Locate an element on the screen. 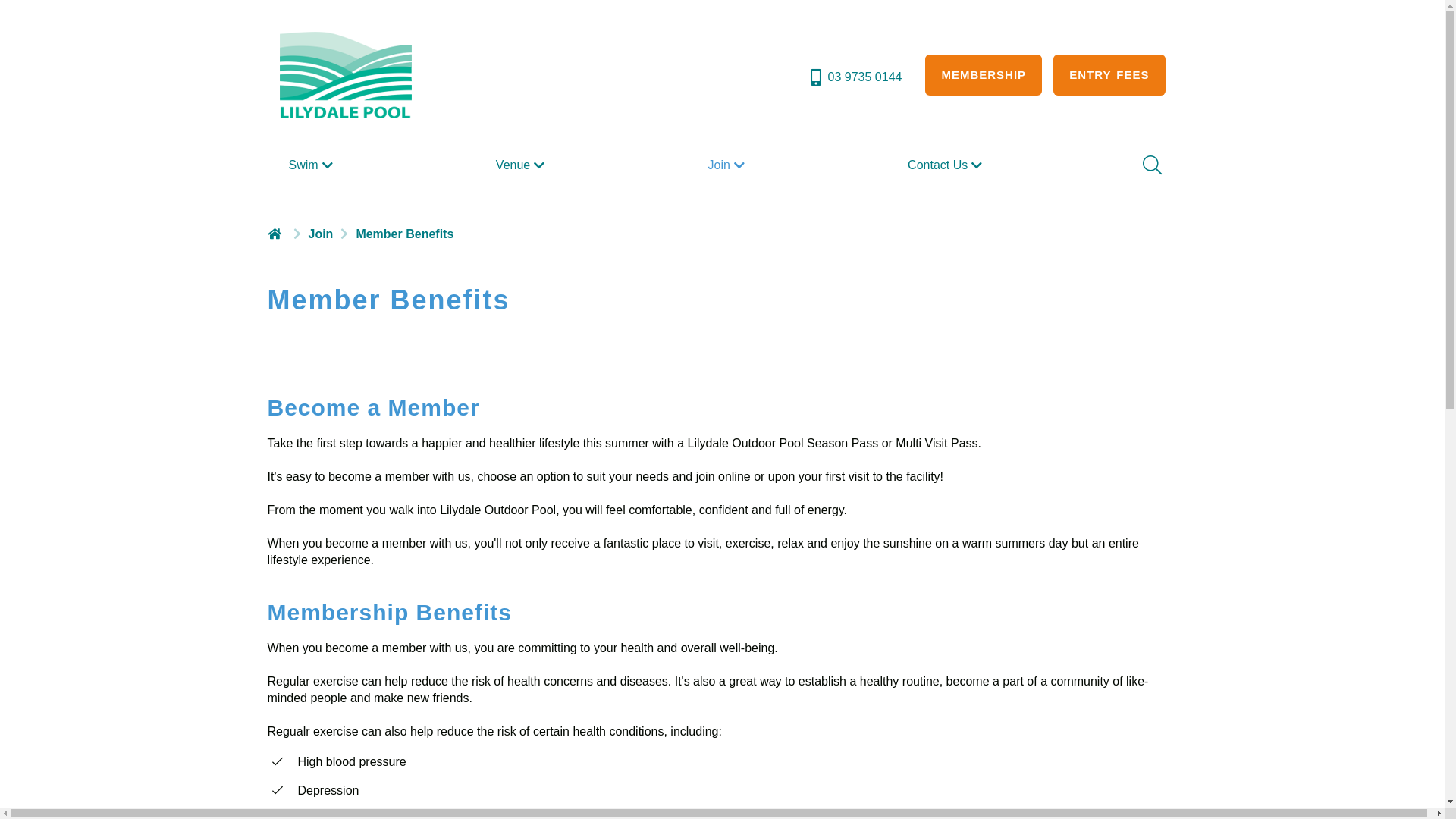 The image size is (1456, 819). 'Contact Us' is located at coordinates (902, 165).